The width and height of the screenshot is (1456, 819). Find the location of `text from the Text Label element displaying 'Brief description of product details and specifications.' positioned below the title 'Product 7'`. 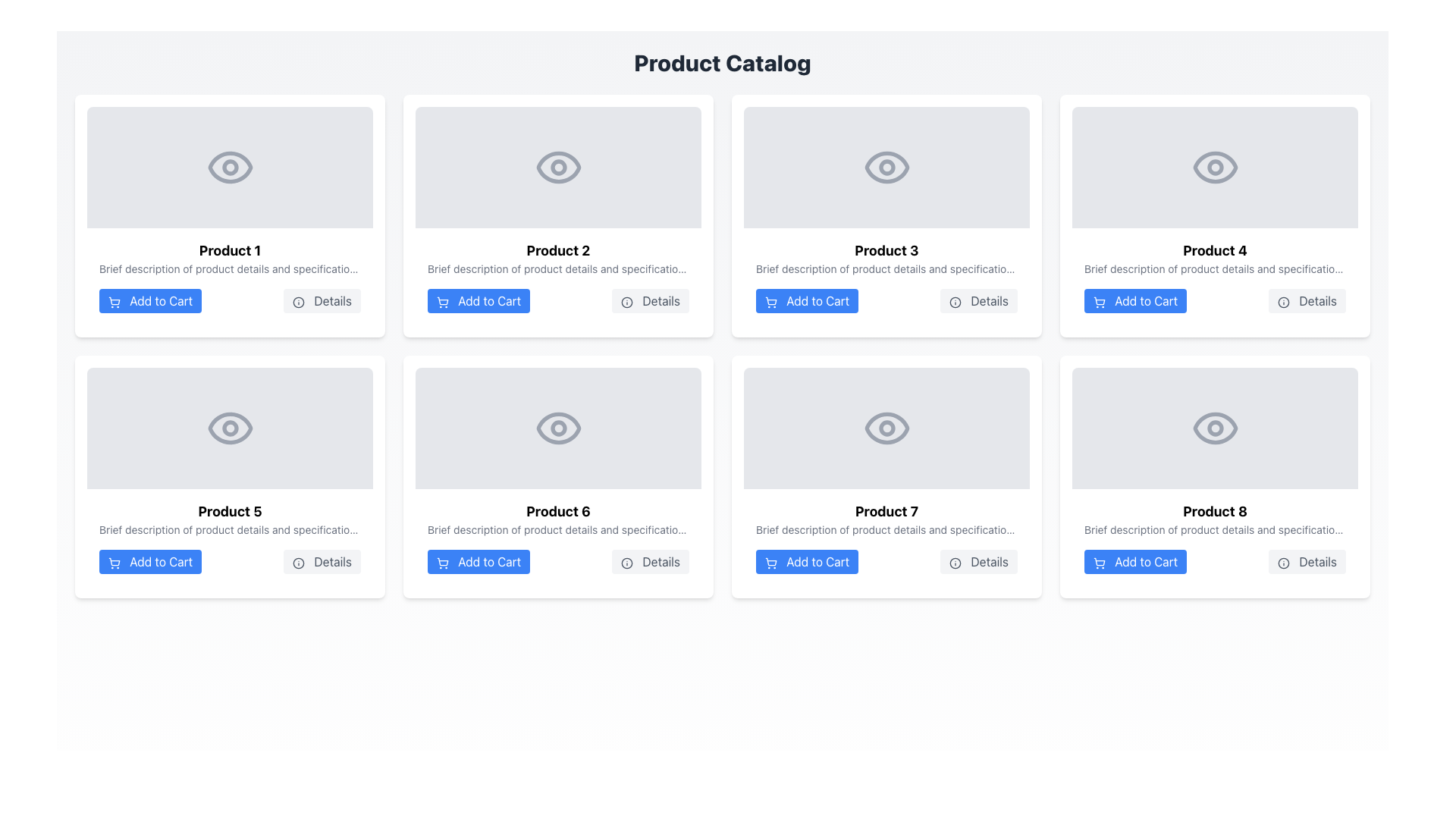

text from the Text Label element displaying 'Brief description of product details and specifications.' positioned below the title 'Product 7' is located at coordinates (886, 529).